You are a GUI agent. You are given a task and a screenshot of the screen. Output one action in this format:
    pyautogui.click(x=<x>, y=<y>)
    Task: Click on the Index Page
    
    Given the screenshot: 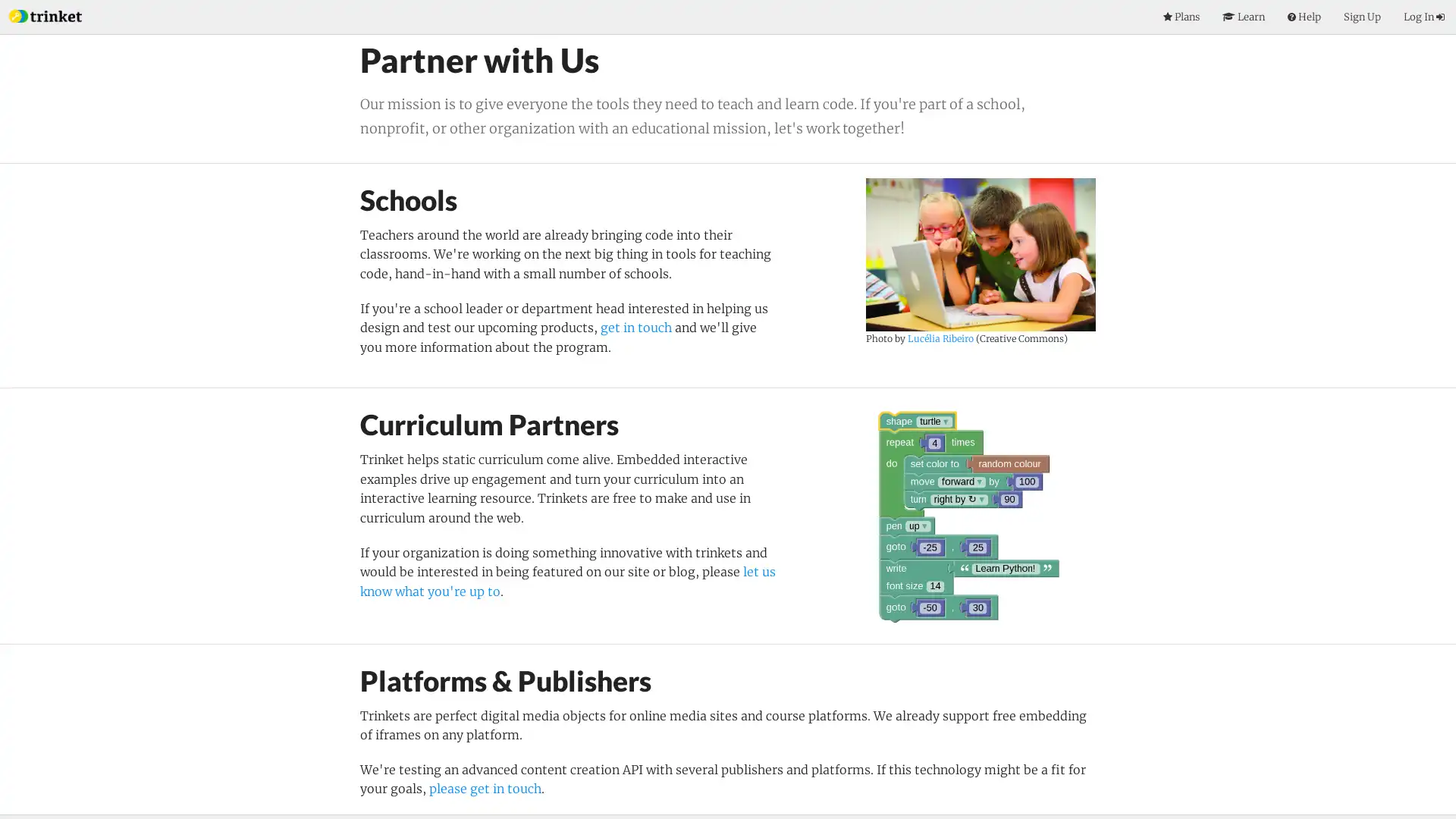 What is the action you would take?
    pyautogui.click(x=45, y=14)
    